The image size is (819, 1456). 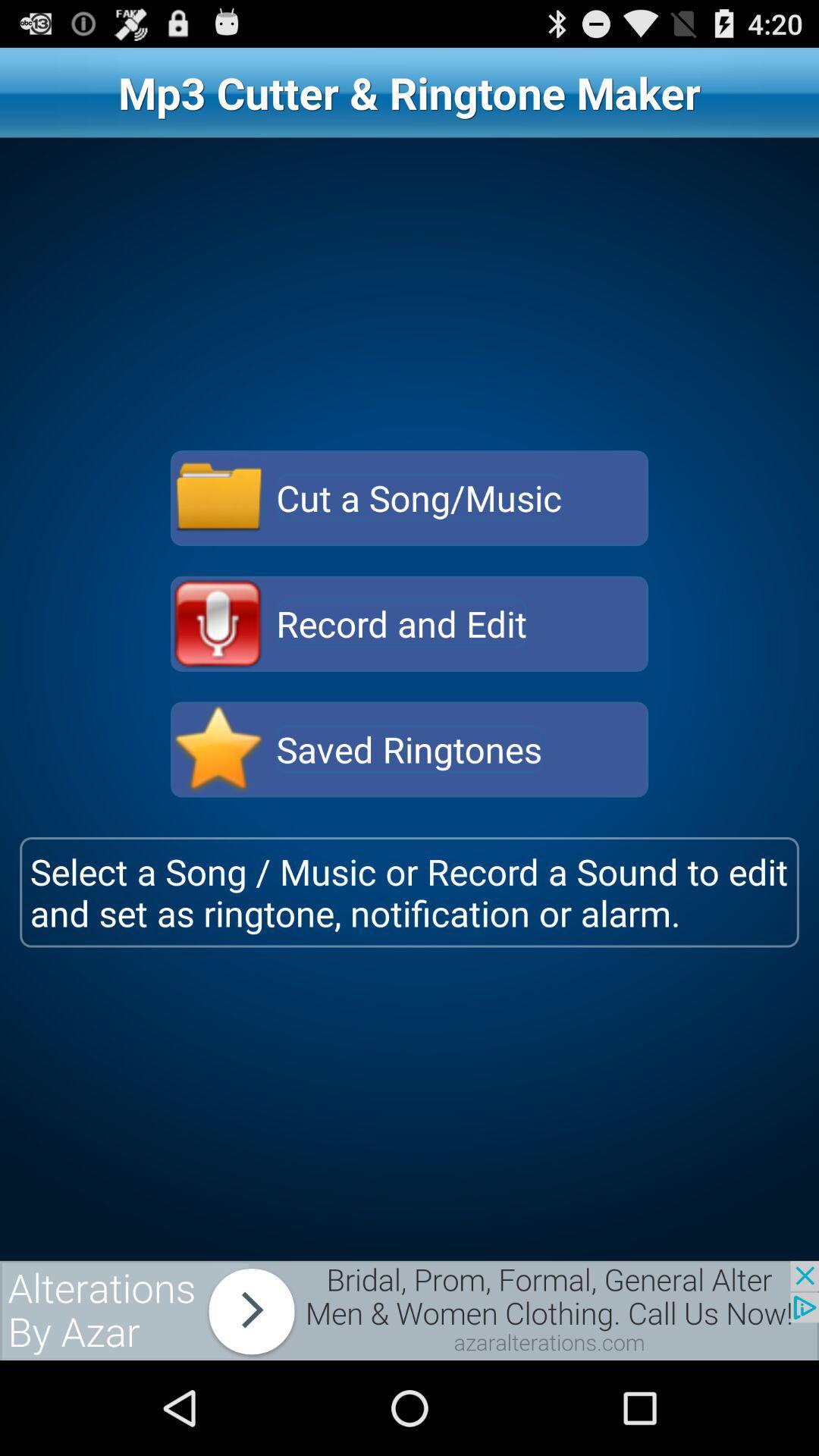 What do you see at coordinates (218, 623) in the screenshot?
I see `record and edit option` at bounding box center [218, 623].